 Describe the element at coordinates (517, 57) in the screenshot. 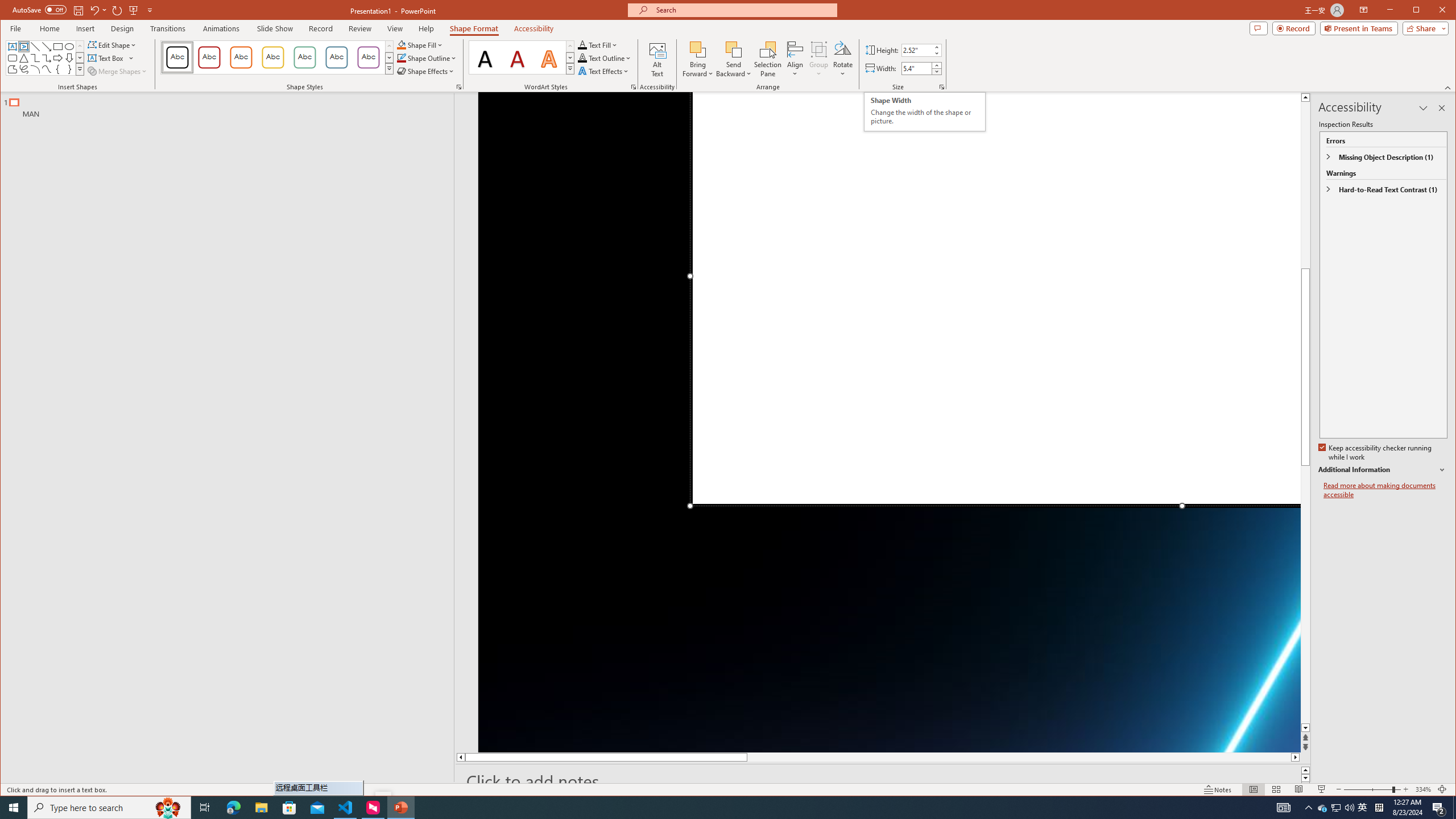

I see `'Fill: Dark Red, Accent color 1; Shadow'` at that location.